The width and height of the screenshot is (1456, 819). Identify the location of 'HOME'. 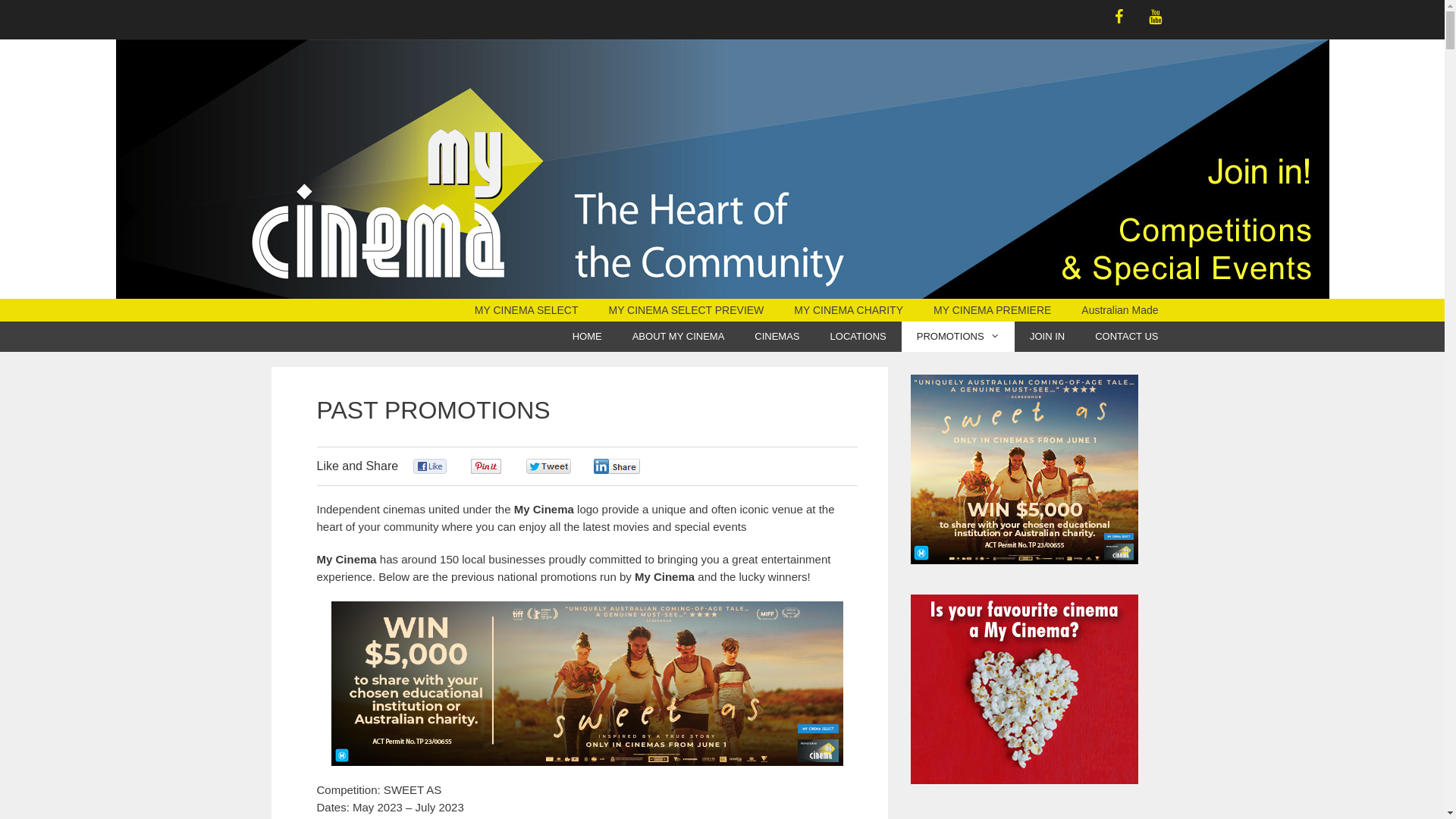
(586, 335).